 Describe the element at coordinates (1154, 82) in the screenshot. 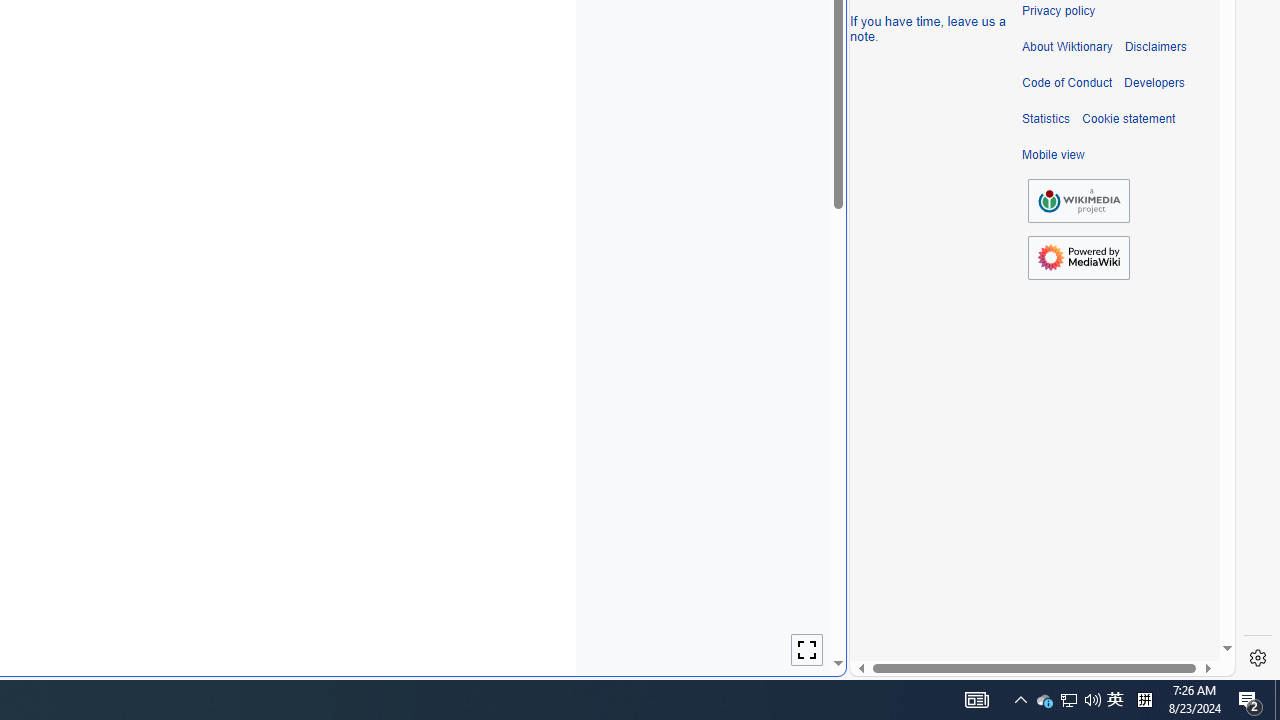

I see `'Developers'` at that location.